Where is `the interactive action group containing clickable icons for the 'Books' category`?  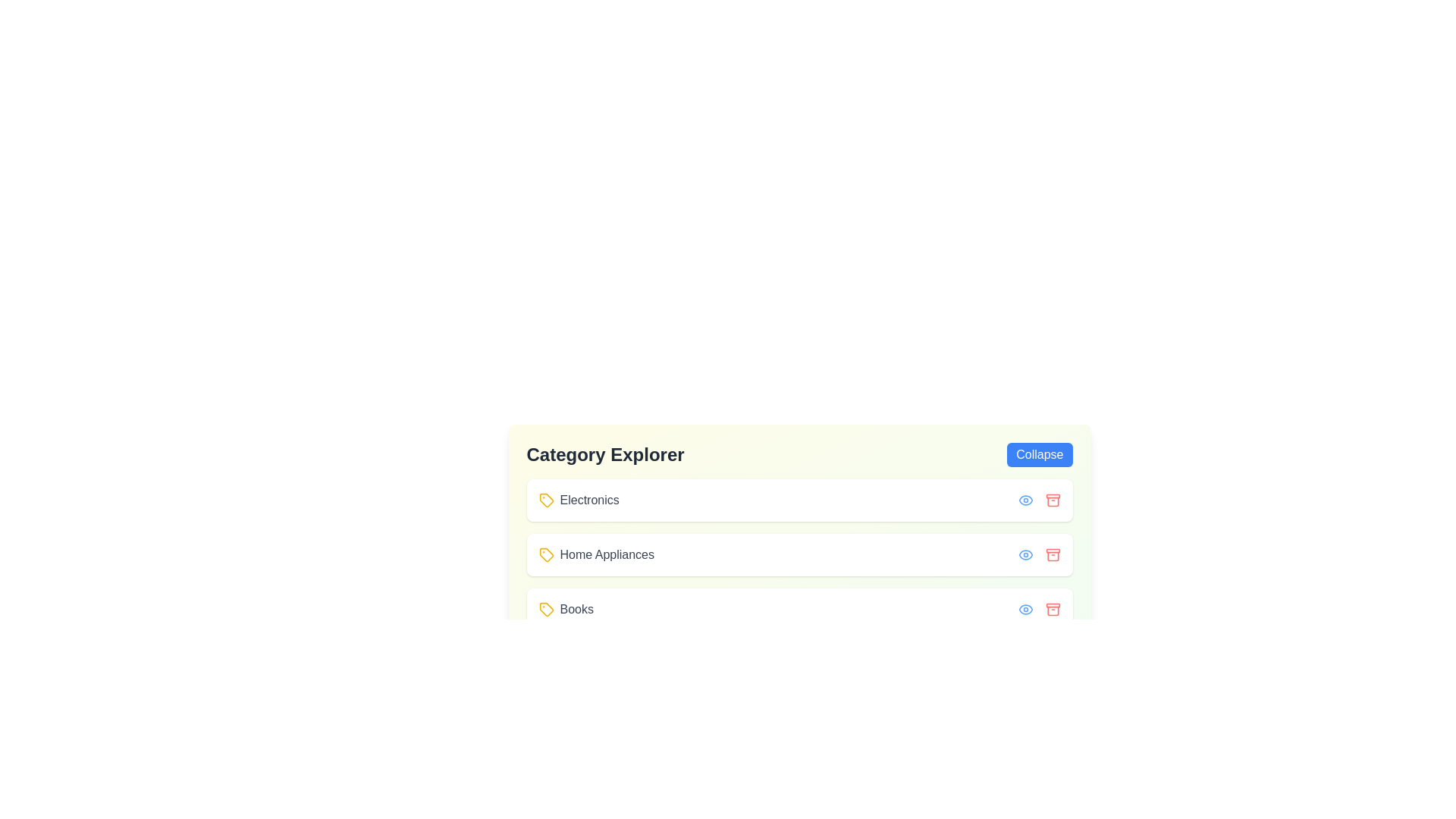
the interactive action group containing clickable icons for the 'Books' category is located at coordinates (1038, 608).